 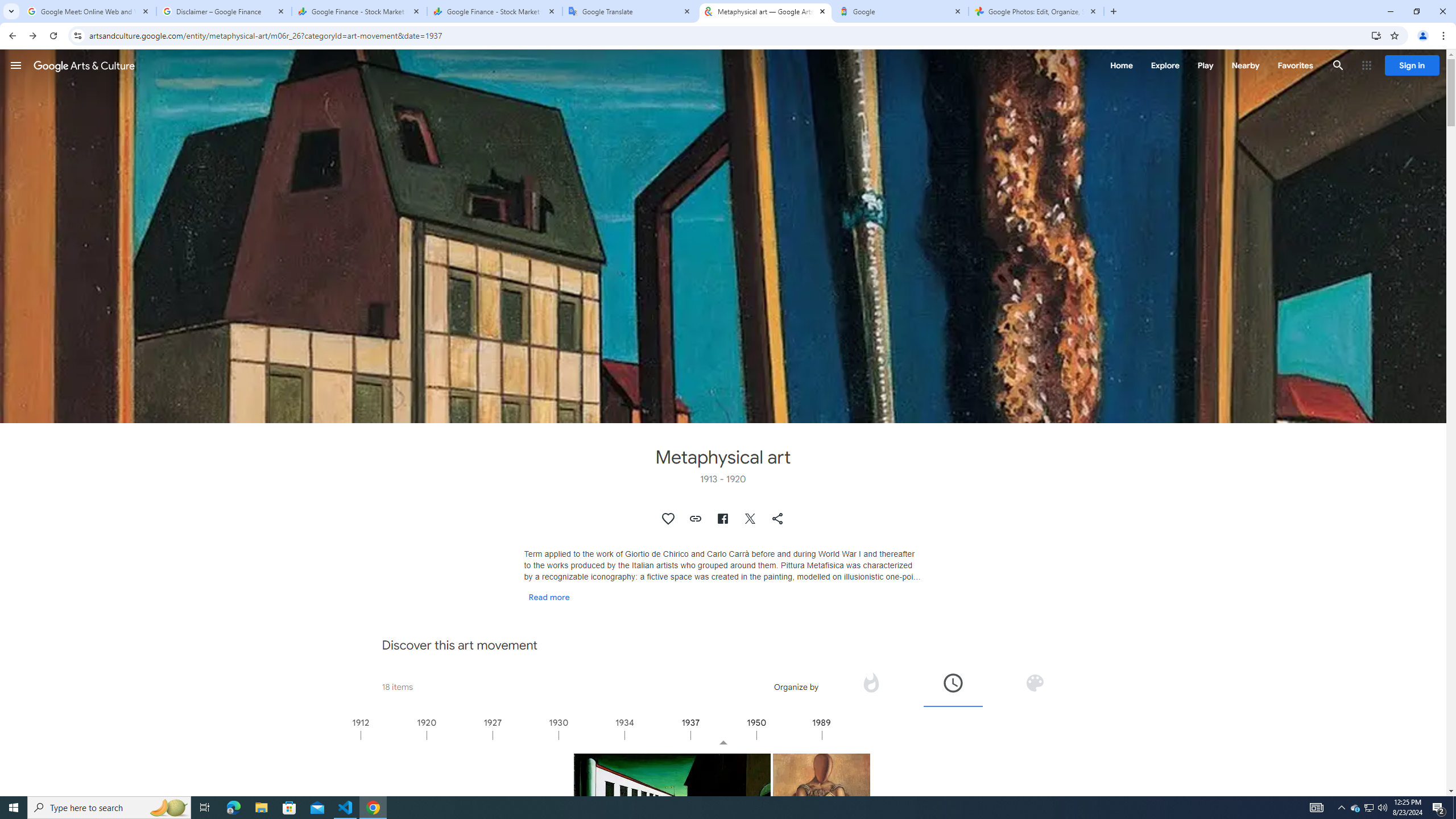 What do you see at coordinates (526, 734) in the screenshot?
I see `'1927'` at bounding box center [526, 734].